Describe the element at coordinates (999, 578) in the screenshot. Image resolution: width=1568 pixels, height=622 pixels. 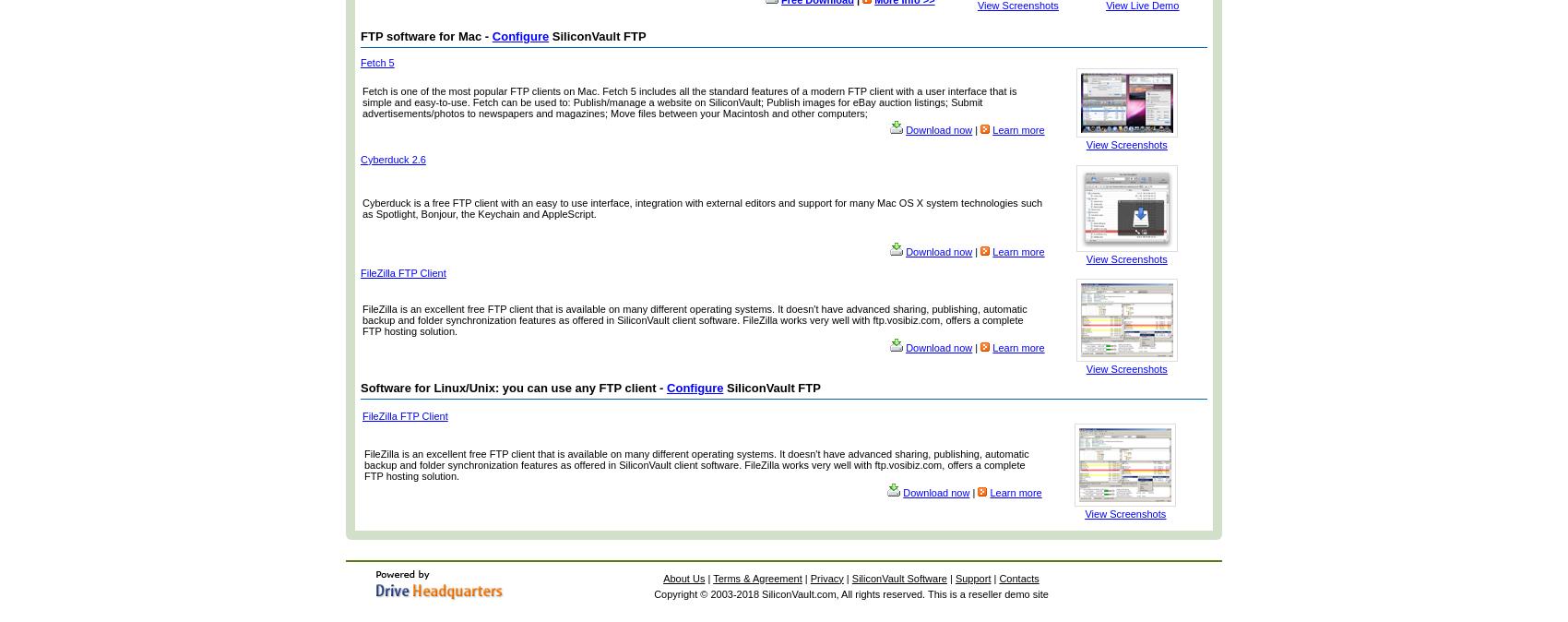
I see `'Contacts'` at that location.